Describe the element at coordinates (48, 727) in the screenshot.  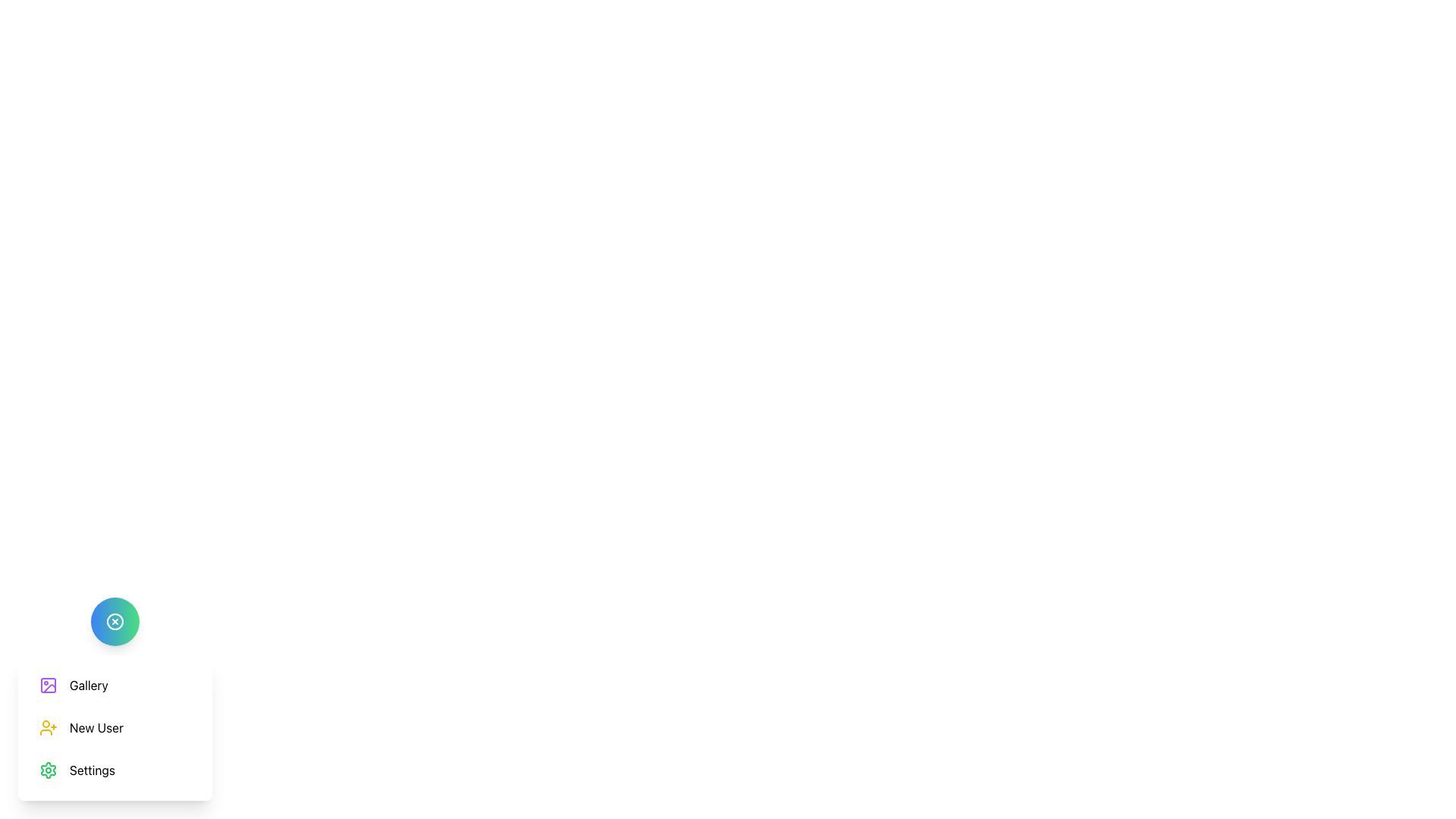
I see `the yellow outlined user icon with a plus sign, located next to the text 'New User', to initiate a new user-related action` at that location.